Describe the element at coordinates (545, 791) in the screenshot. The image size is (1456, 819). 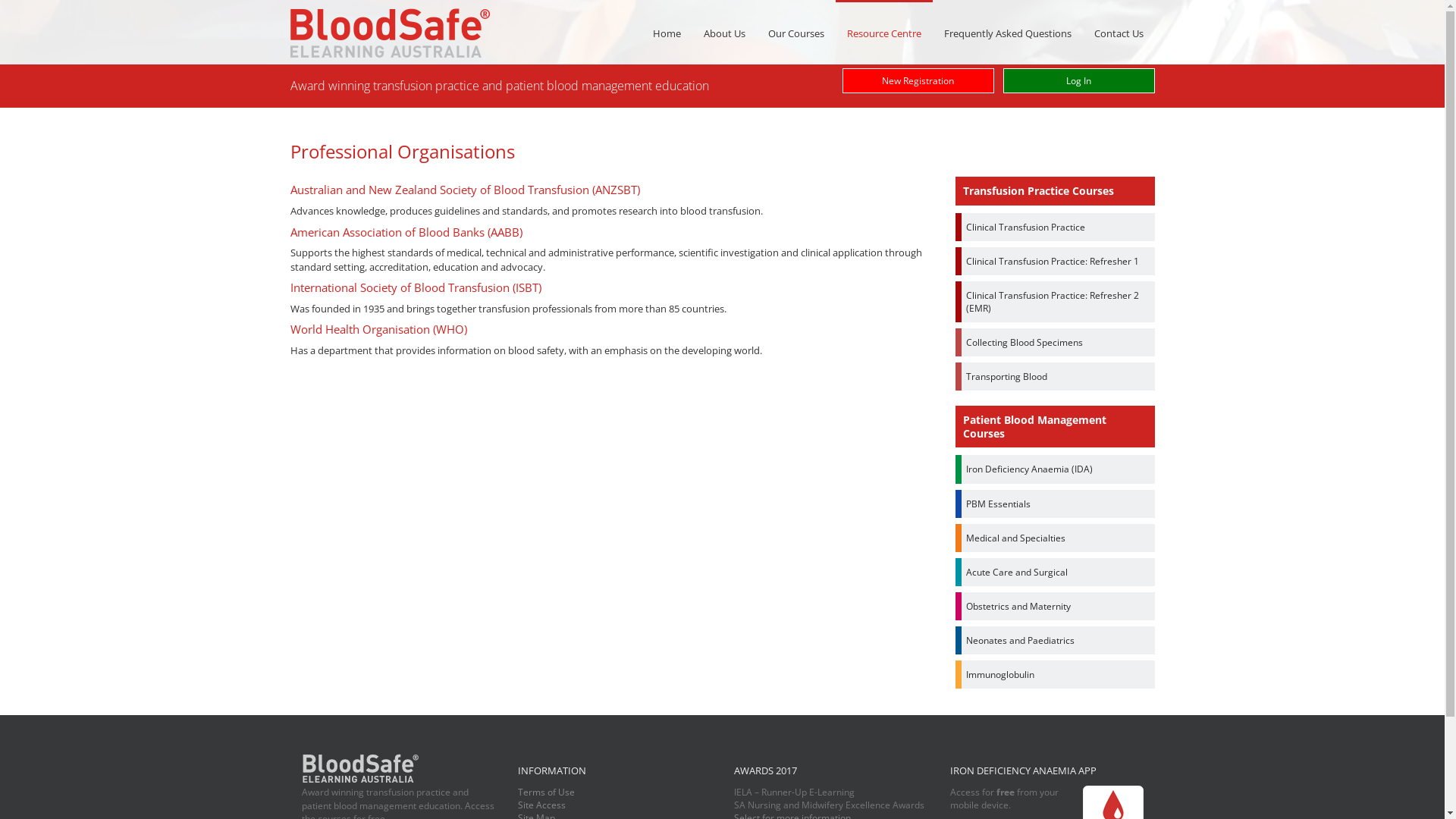
I see `'Terms of Use'` at that location.